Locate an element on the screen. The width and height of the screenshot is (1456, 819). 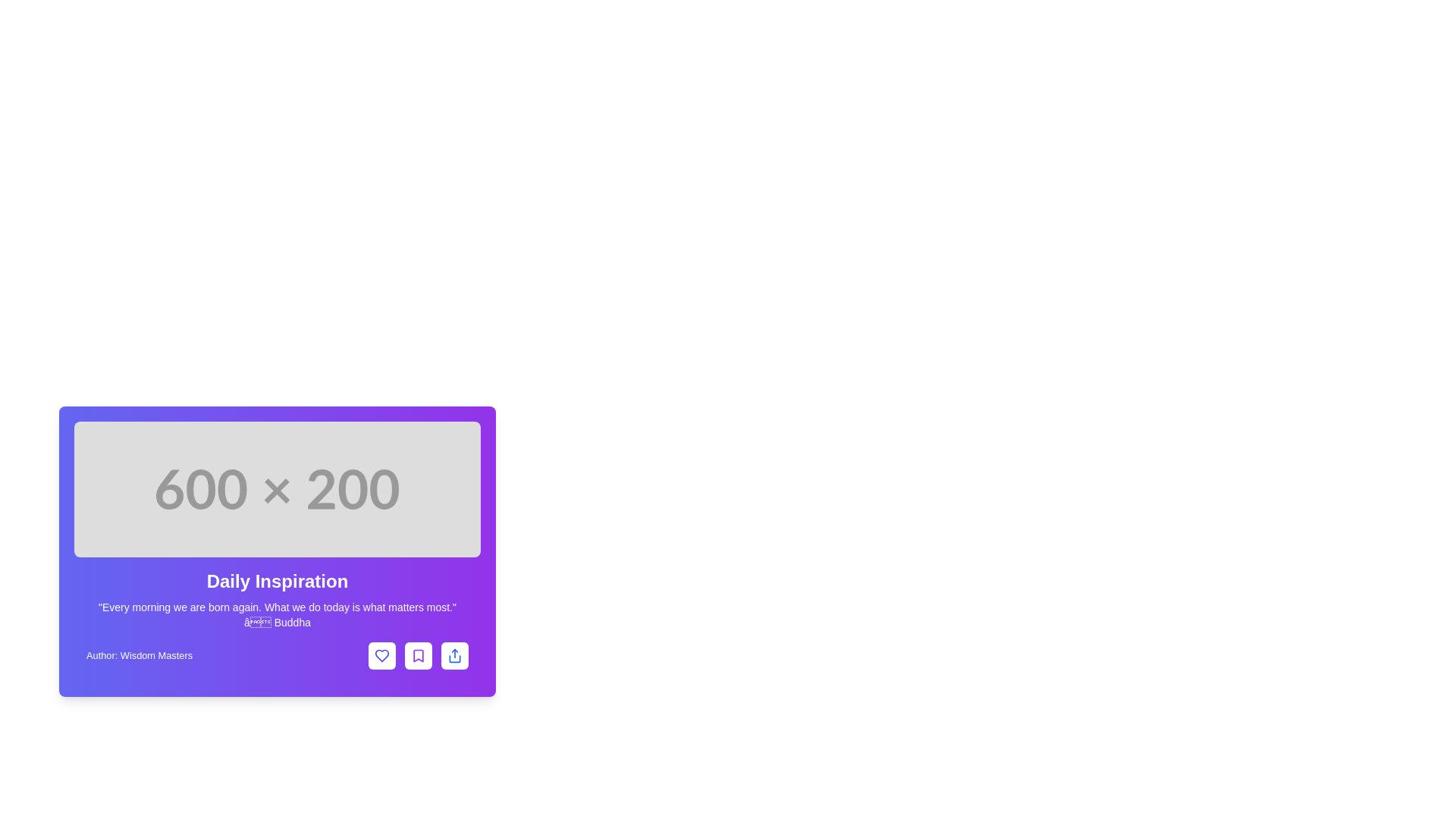
the blue share button with an upward arrow icon located in the bottom-right corner of a group of three icons is located at coordinates (454, 654).